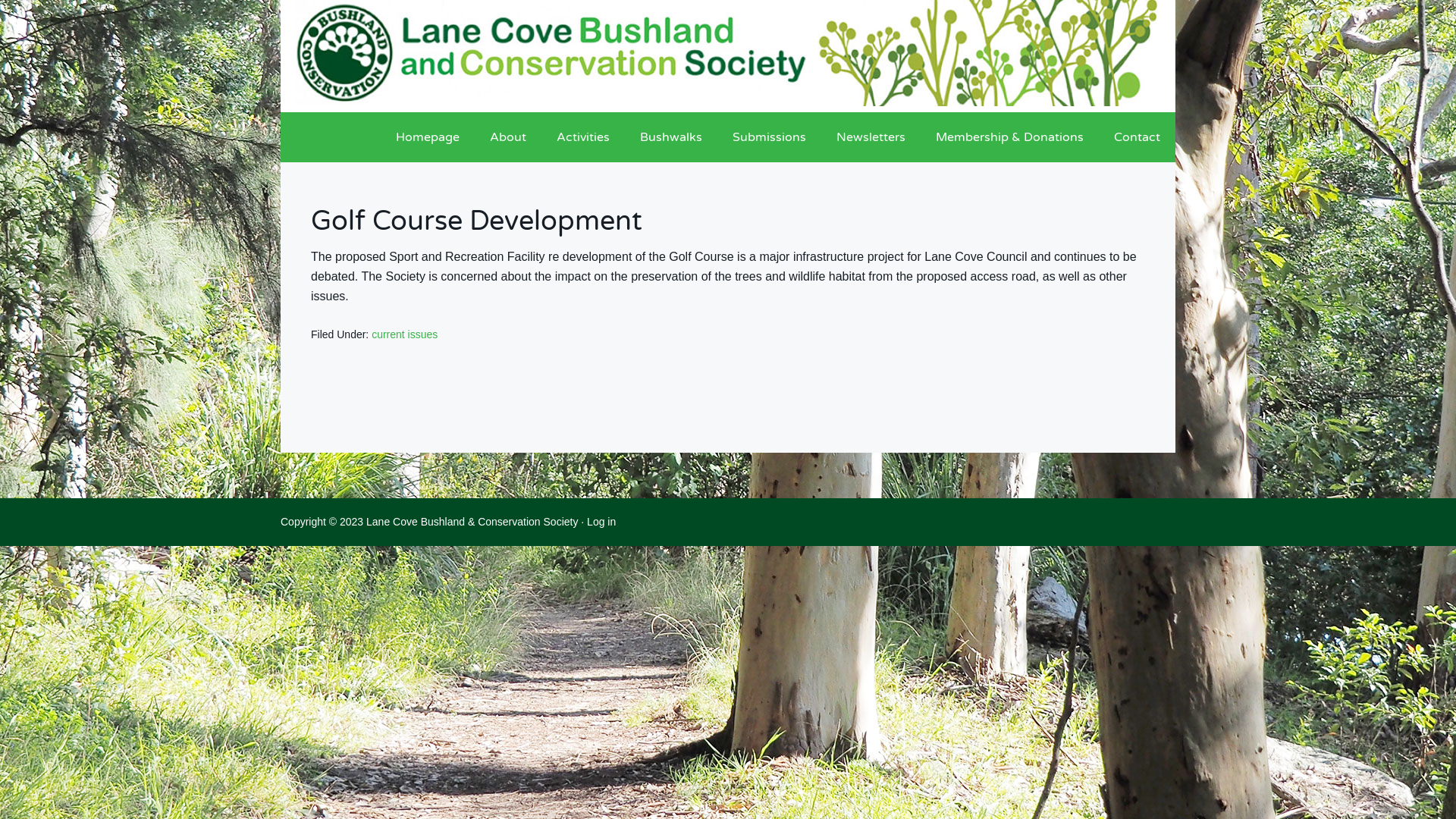 This screenshot has height=819, width=1456. Describe the element at coordinates (1137, 137) in the screenshot. I see `'Contact'` at that location.